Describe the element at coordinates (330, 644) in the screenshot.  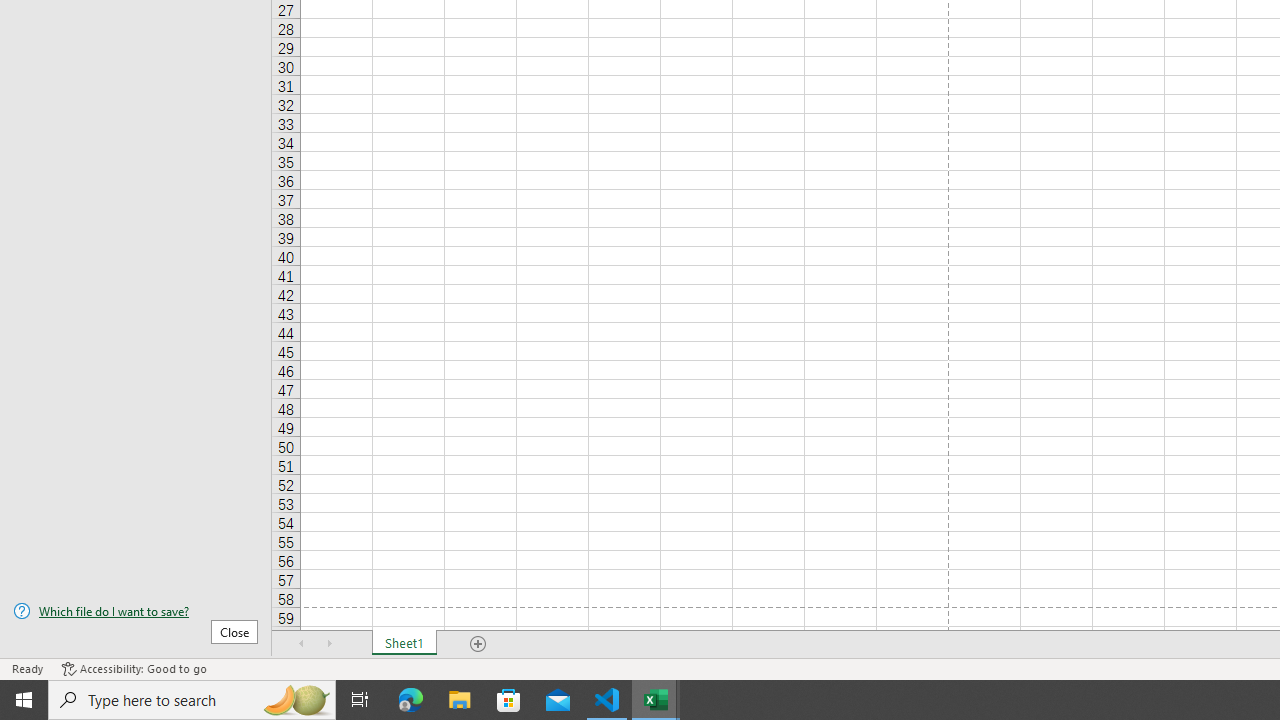
I see `'Scroll Right'` at that location.